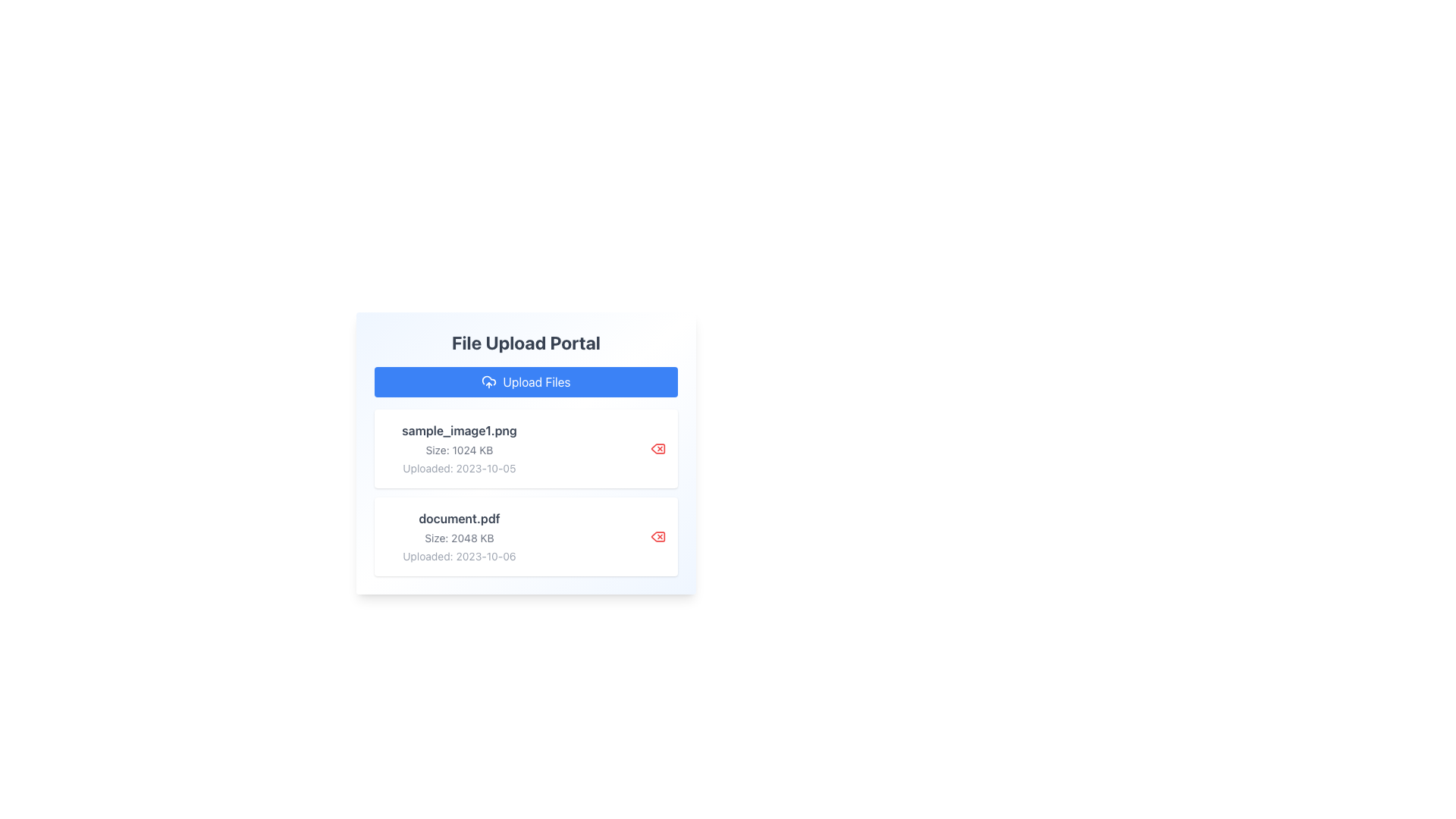 Image resolution: width=1456 pixels, height=819 pixels. Describe the element at coordinates (658, 536) in the screenshot. I see `the delete button located at the rightmost position of the file details row for 'document.pdf'` at that location.